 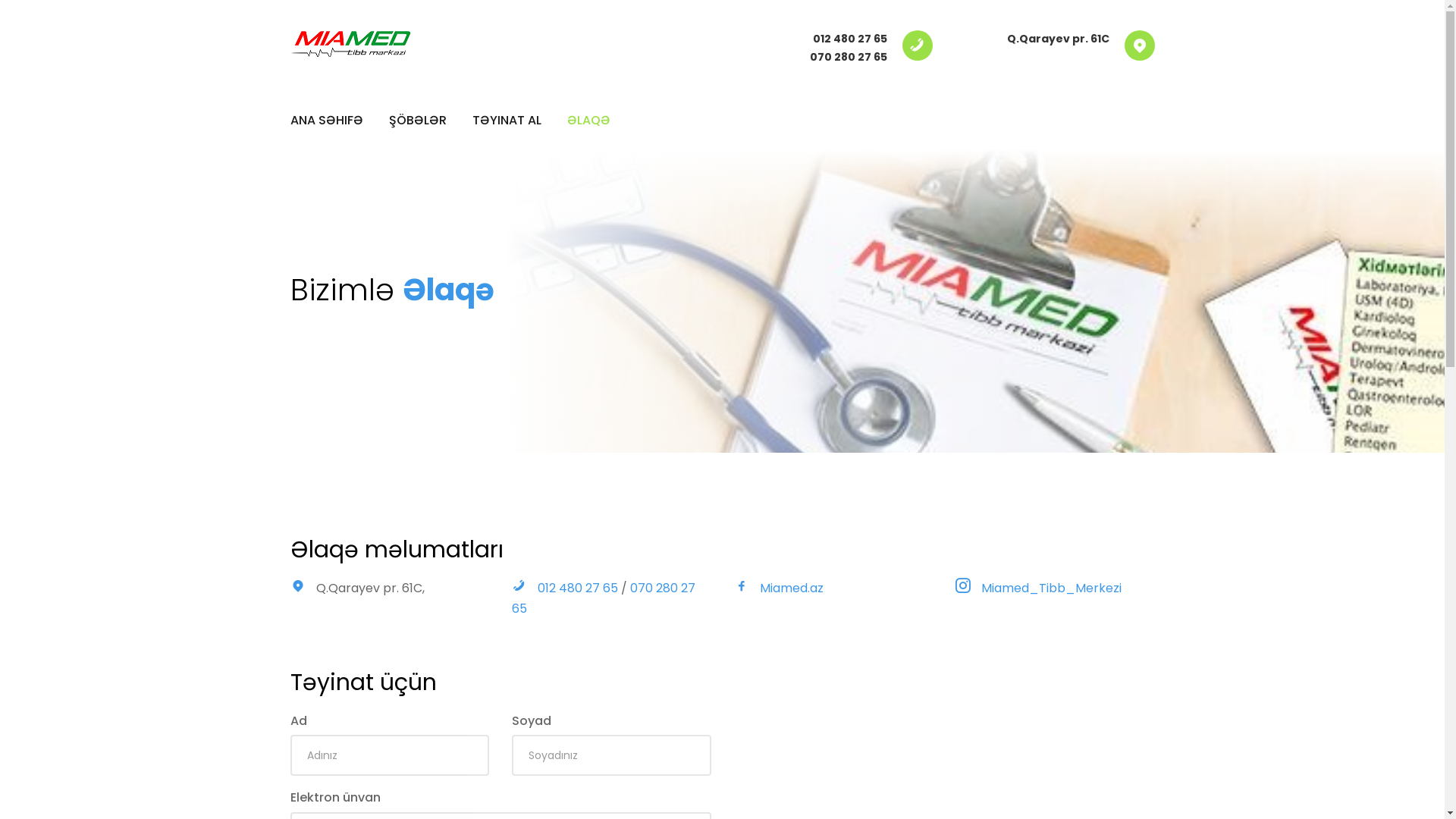 What do you see at coordinates (790, 587) in the screenshot?
I see `'Miamed.az'` at bounding box center [790, 587].